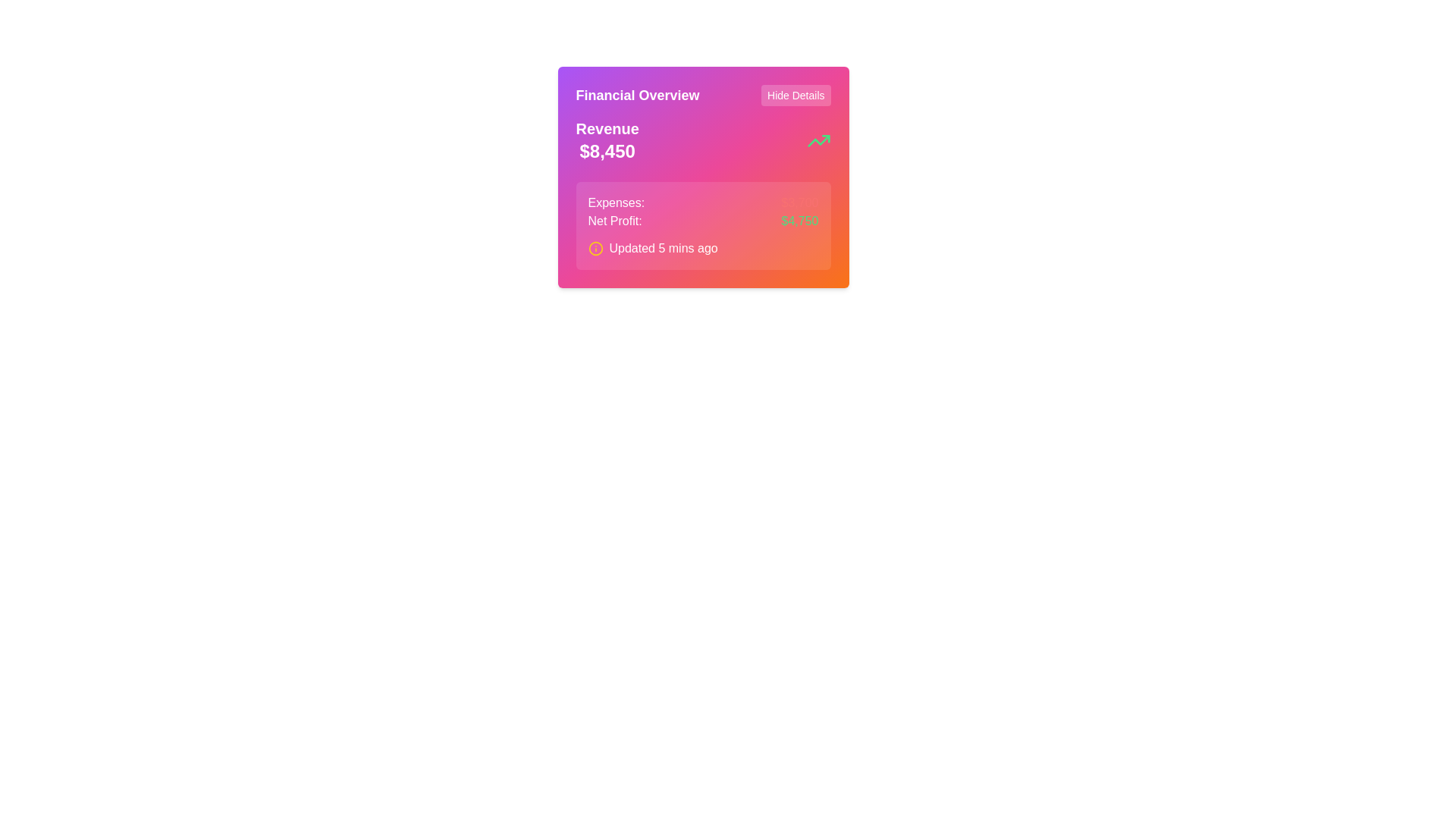 Image resolution: width=1456 pixels, height=819 pixels. I want to click on the informational label with an icon that provides a timestamp for when the data was last updated, located below the text 'Net Profit: $4,750', so click(702, 247).